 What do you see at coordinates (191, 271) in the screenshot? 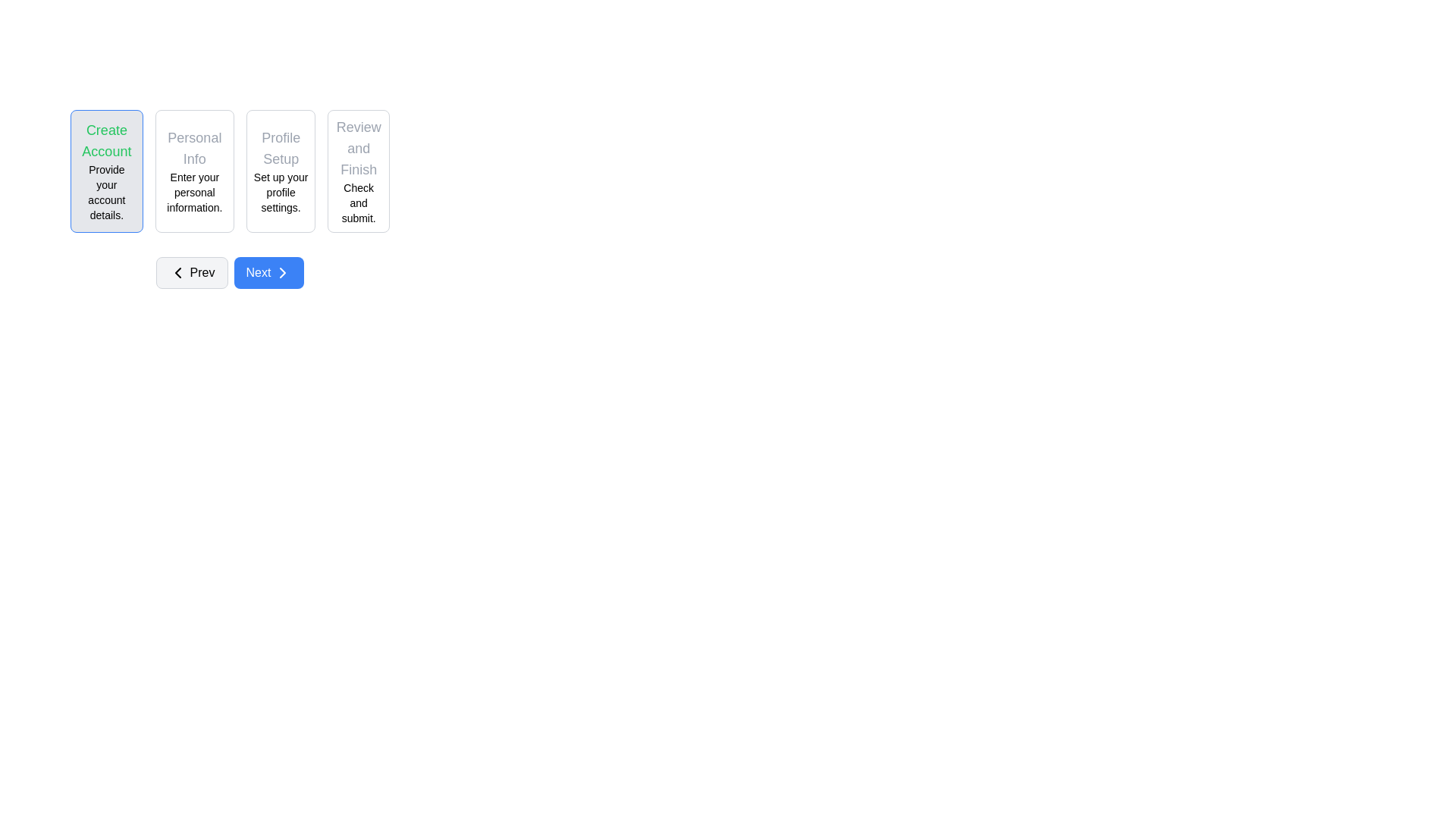
I see `the 'Prev' button which features a leftward pointing chevron icon and the text 'Prev', located at the bottom center of the interface, to change its background color` at bounding box center [191, 271].